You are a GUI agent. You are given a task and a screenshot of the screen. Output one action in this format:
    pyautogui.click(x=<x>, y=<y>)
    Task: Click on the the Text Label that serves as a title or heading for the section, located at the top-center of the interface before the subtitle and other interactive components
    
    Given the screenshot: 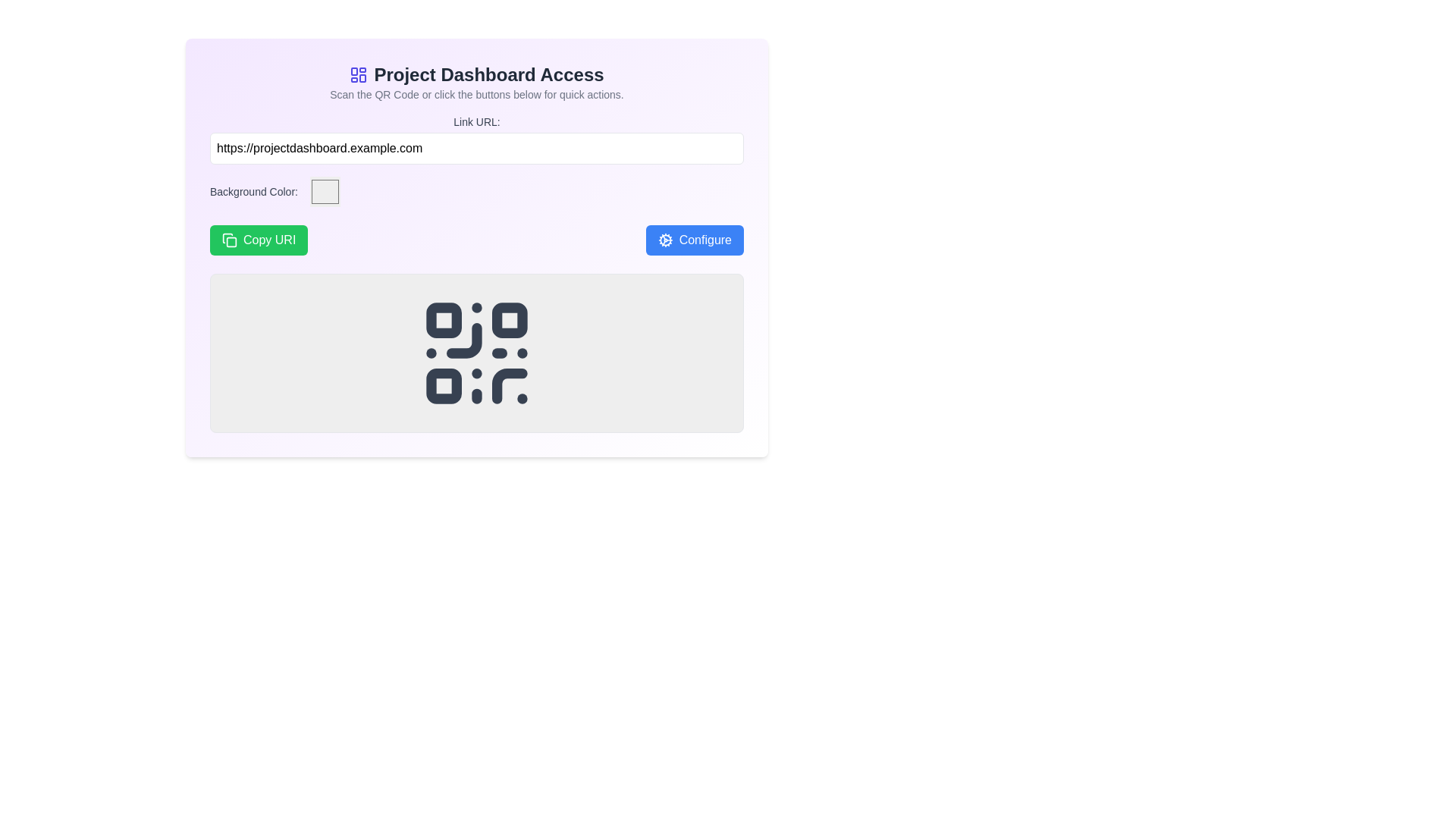 What is the action you would take?
    pyautogui.click(x=475, y=75)
    